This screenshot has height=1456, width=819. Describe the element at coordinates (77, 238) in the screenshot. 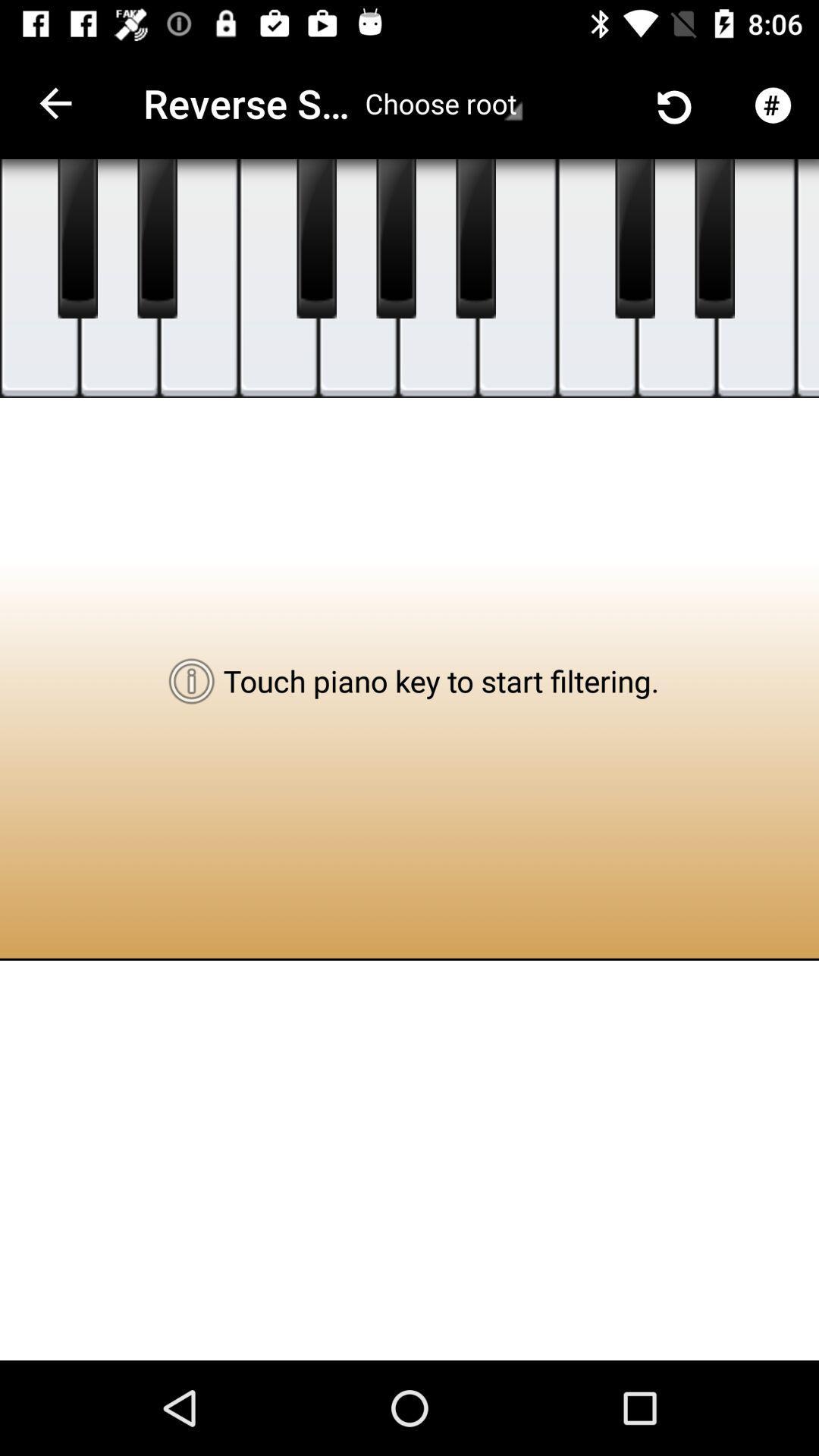

I see `piano key board touch left first key` at that location.